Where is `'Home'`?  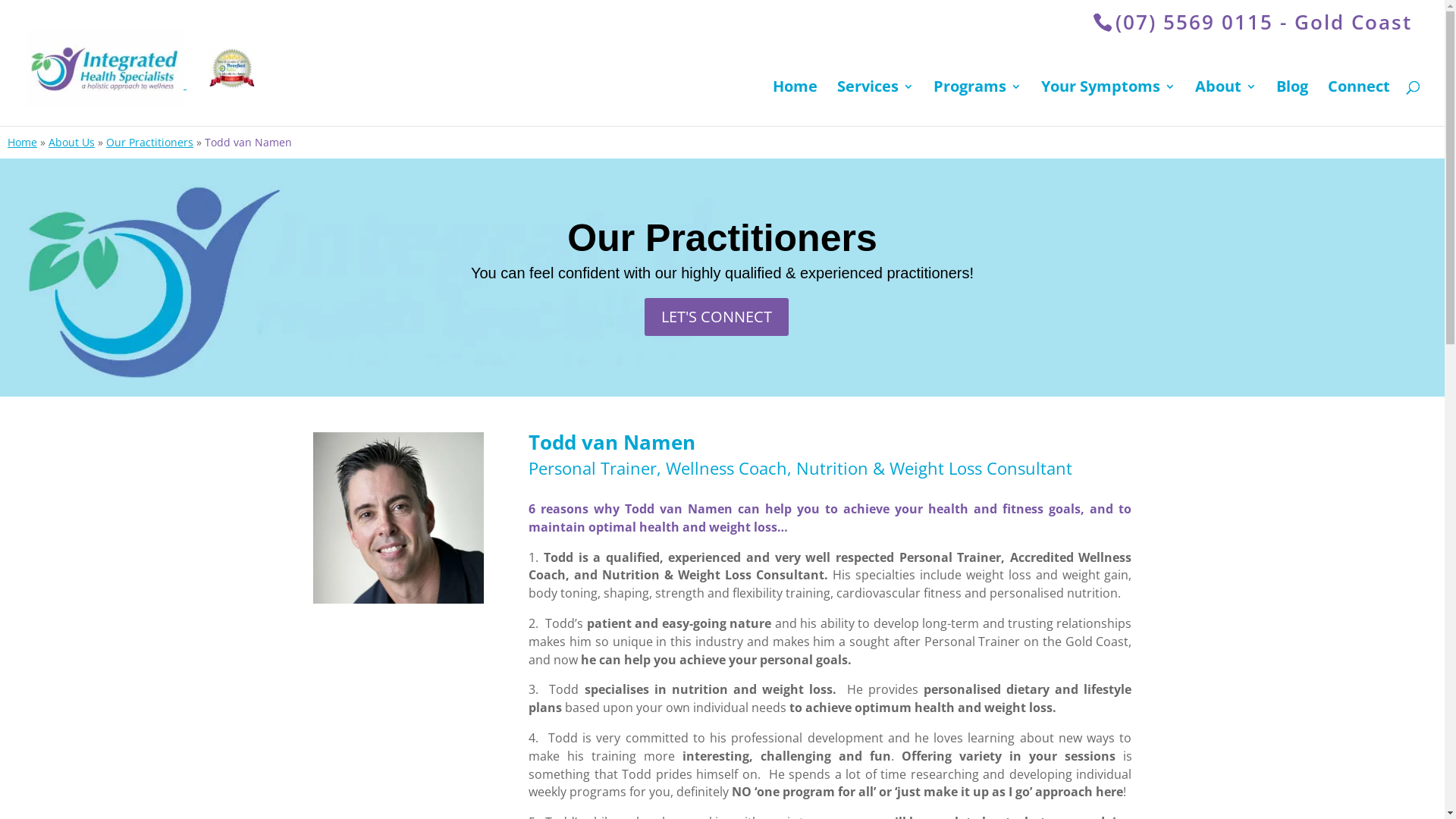
'Home' is located at coordinates (22, 142).